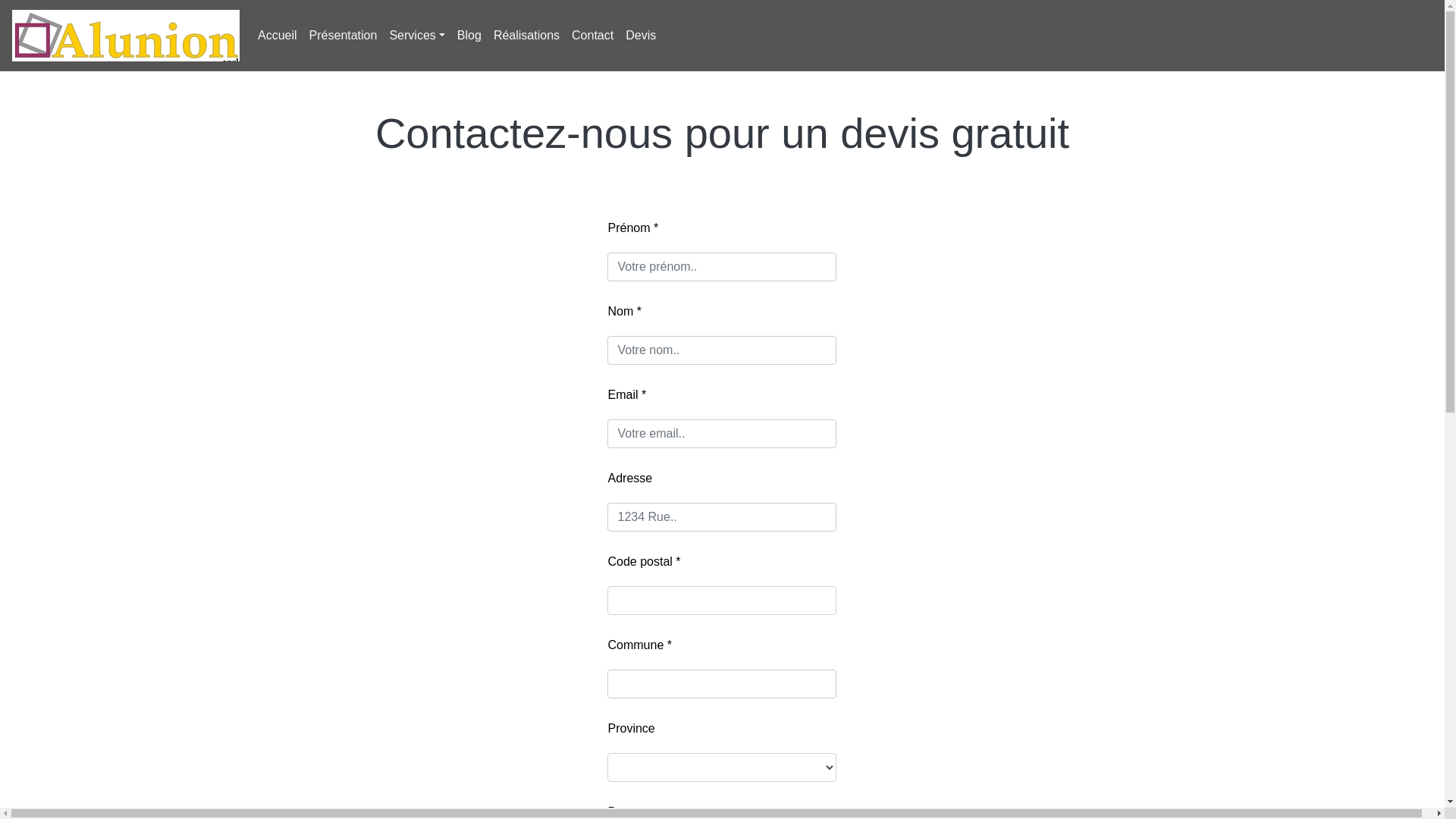 The width and height of the screenshot is (1456, 819). Describe the element at coordinates (277, 34) in the screenshot. I see `'Accueil'` at that location.